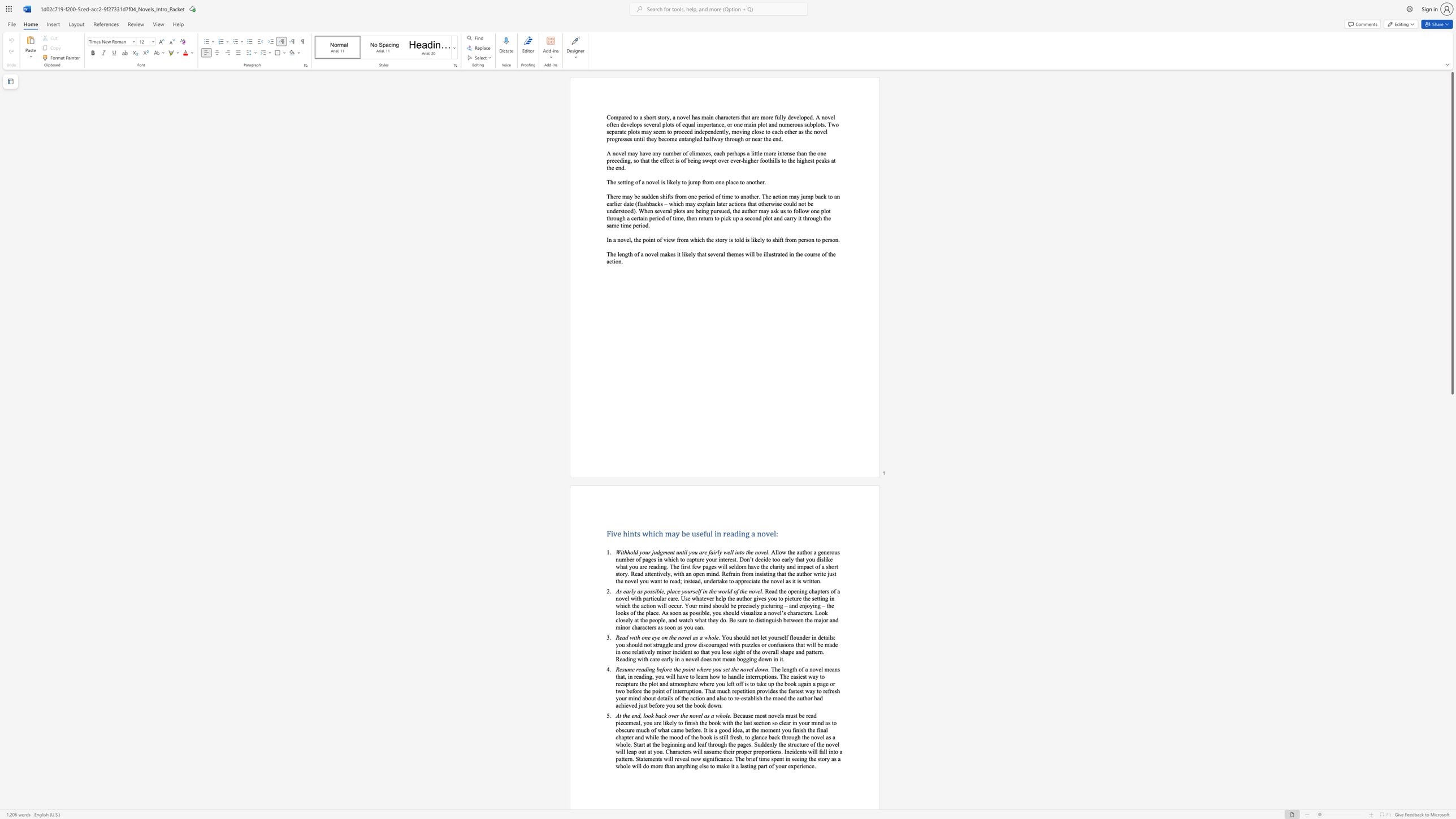  I want to click on the subset text "d of" within the text "As early as possible, place yourself in the world of the novel", so click(729, 590).